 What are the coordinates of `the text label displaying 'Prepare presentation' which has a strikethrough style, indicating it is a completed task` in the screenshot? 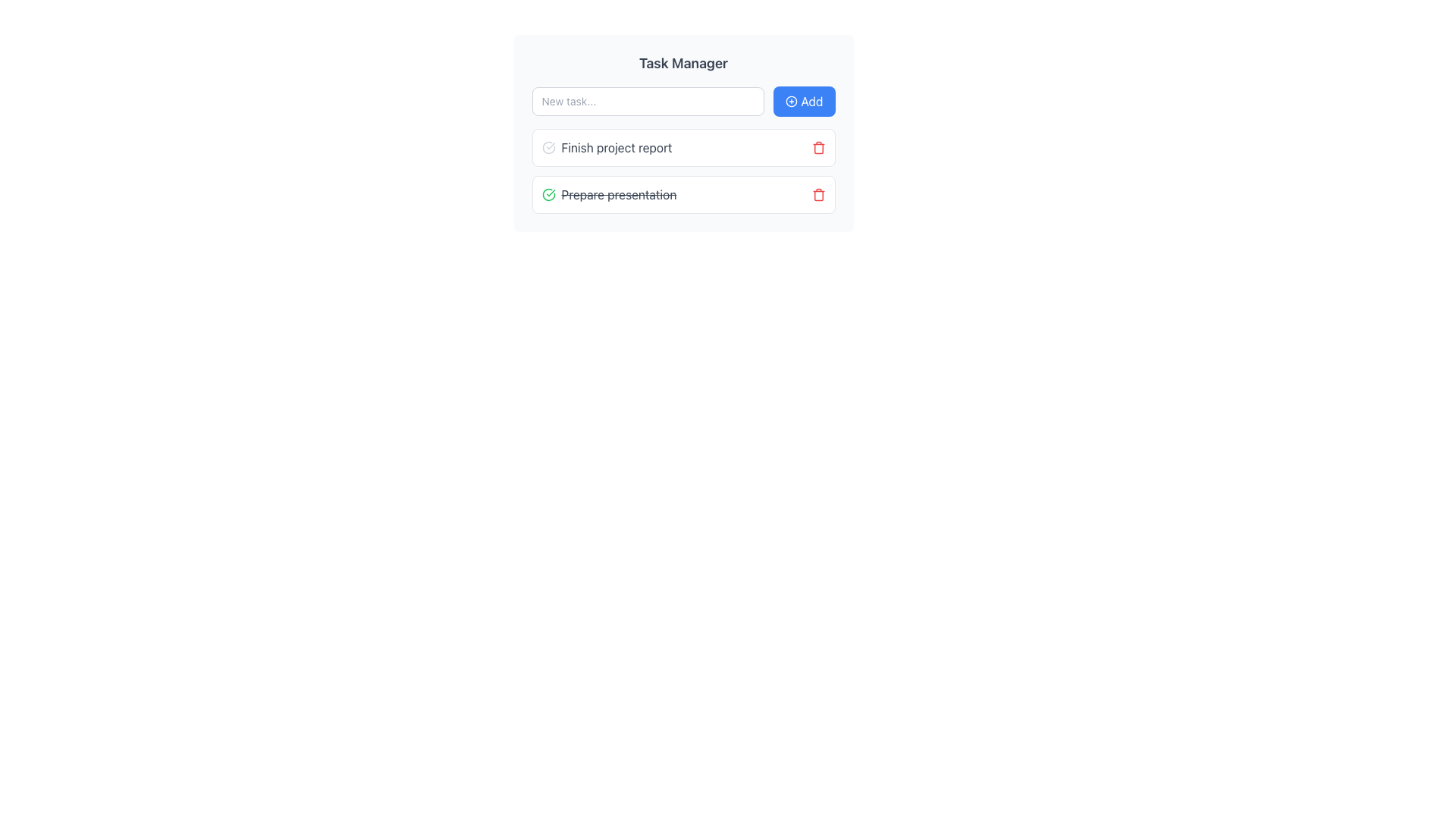 It's located at (619, 194).